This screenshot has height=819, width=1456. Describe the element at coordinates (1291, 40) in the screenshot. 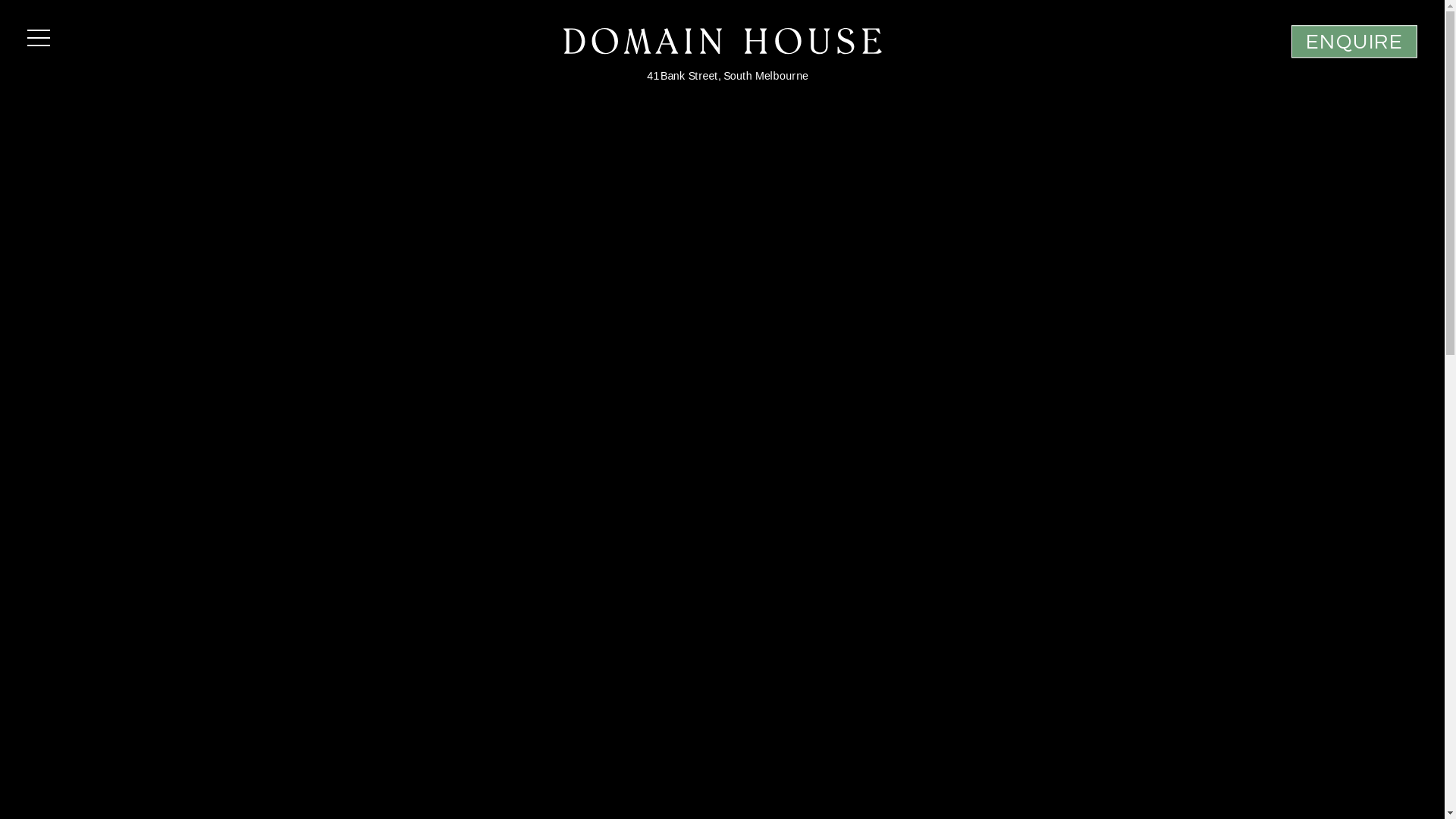

I see `'ENQUIRE'` at that location.